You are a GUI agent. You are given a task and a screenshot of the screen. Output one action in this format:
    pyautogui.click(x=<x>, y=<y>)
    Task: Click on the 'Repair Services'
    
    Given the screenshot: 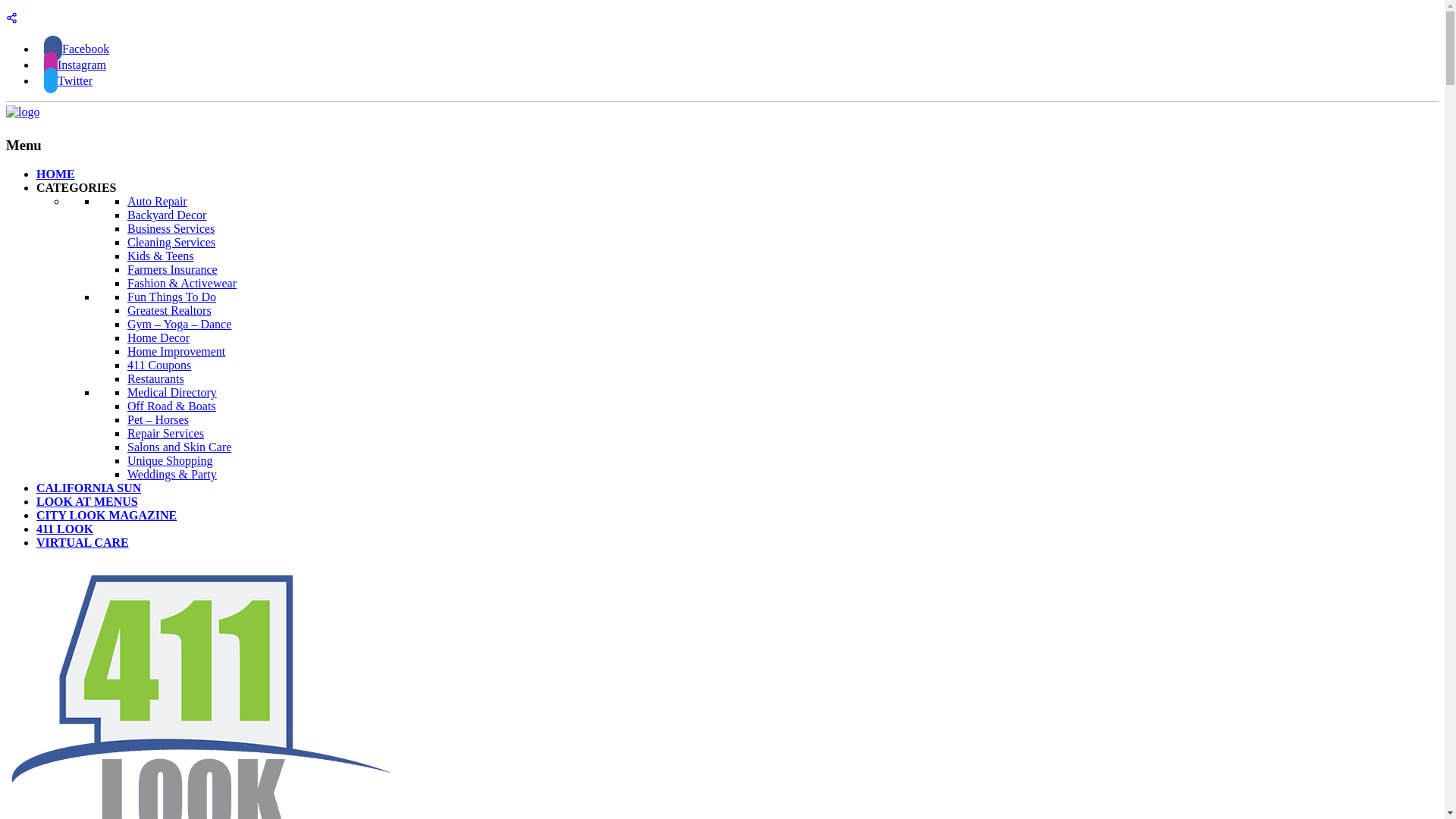 What is the action you would take?
    pyautogui.click(x=165, y=433)
    